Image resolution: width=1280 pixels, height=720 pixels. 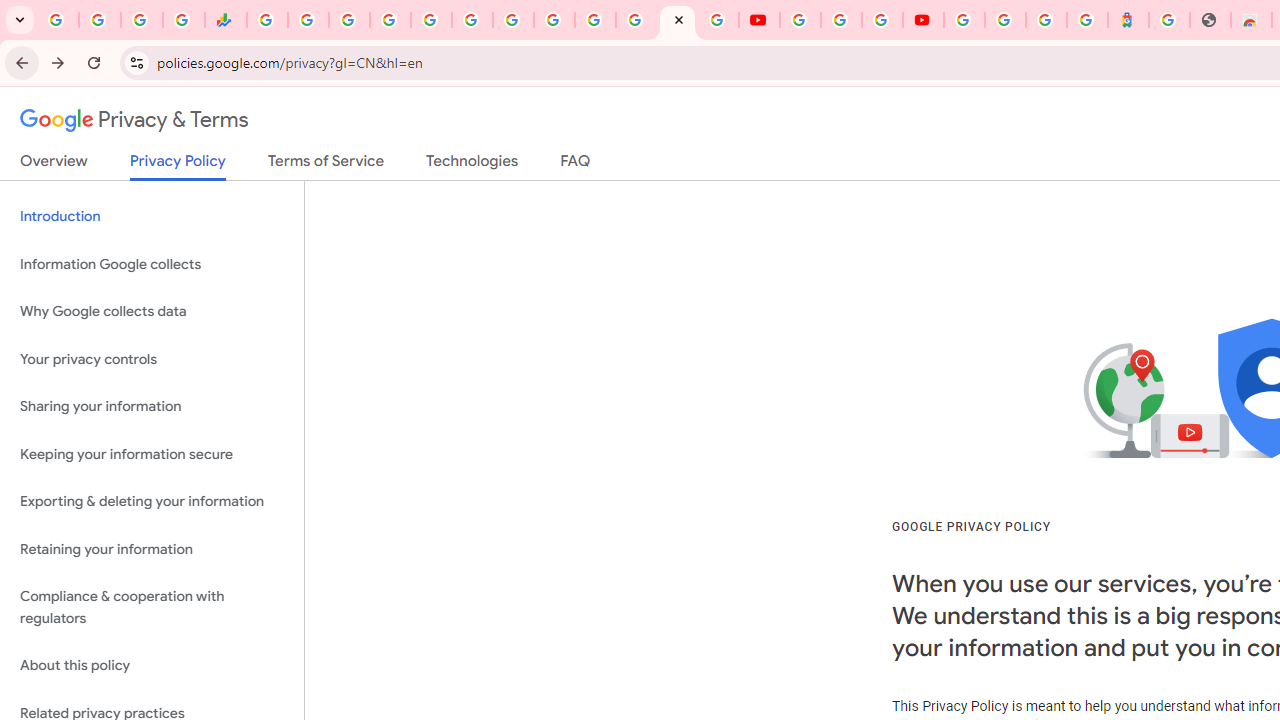 What do you see at coordinates (58, 20) in the screenshot?
I see `'Google Workspace Admin Community'` at bounding box center [58, 20].